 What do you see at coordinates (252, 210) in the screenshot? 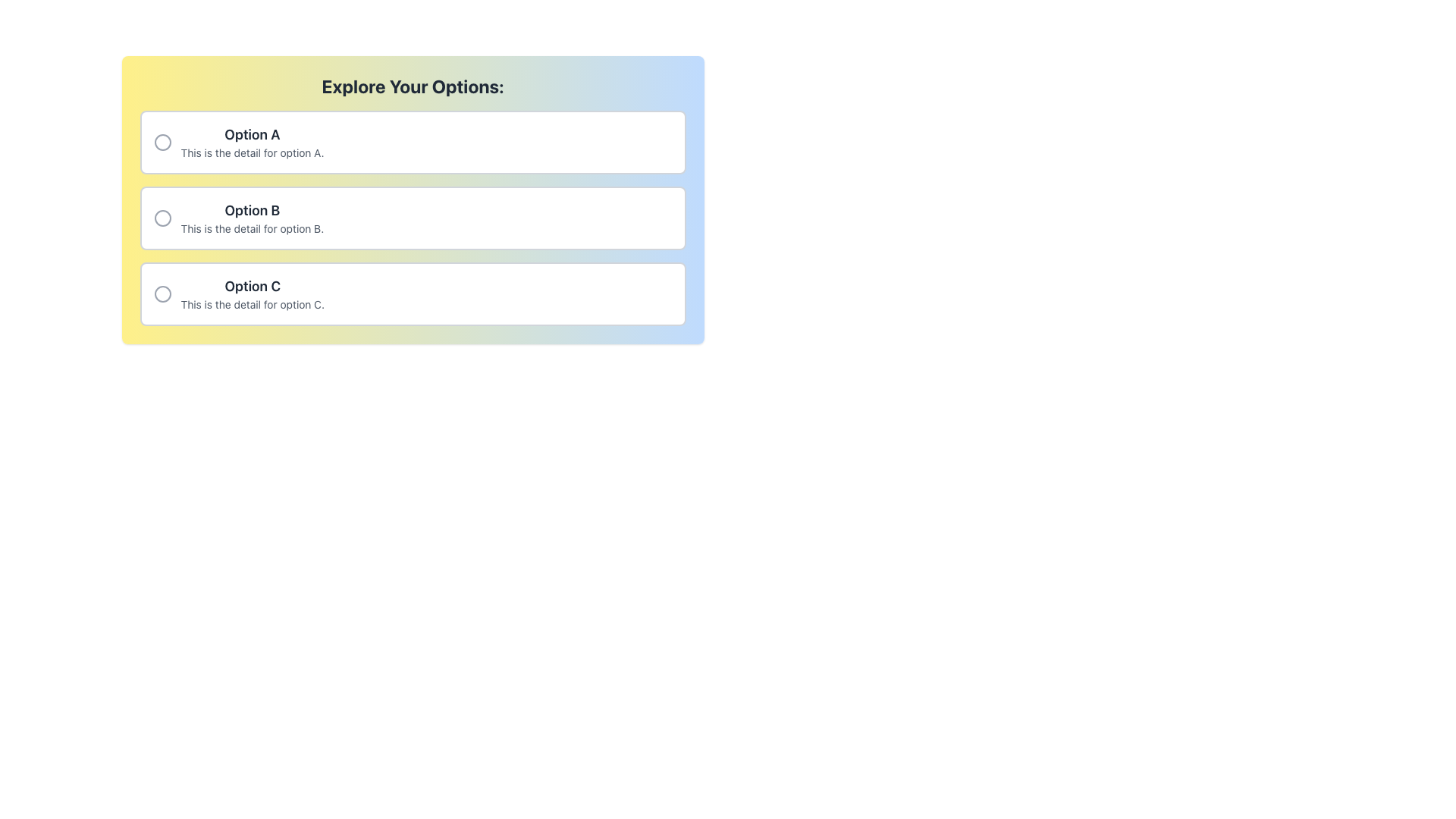
I see `the static text element that serves as a label for 'Option B', positioned centrally below 'Option A' and above 'Option C'` at bounding box center [252, 210].